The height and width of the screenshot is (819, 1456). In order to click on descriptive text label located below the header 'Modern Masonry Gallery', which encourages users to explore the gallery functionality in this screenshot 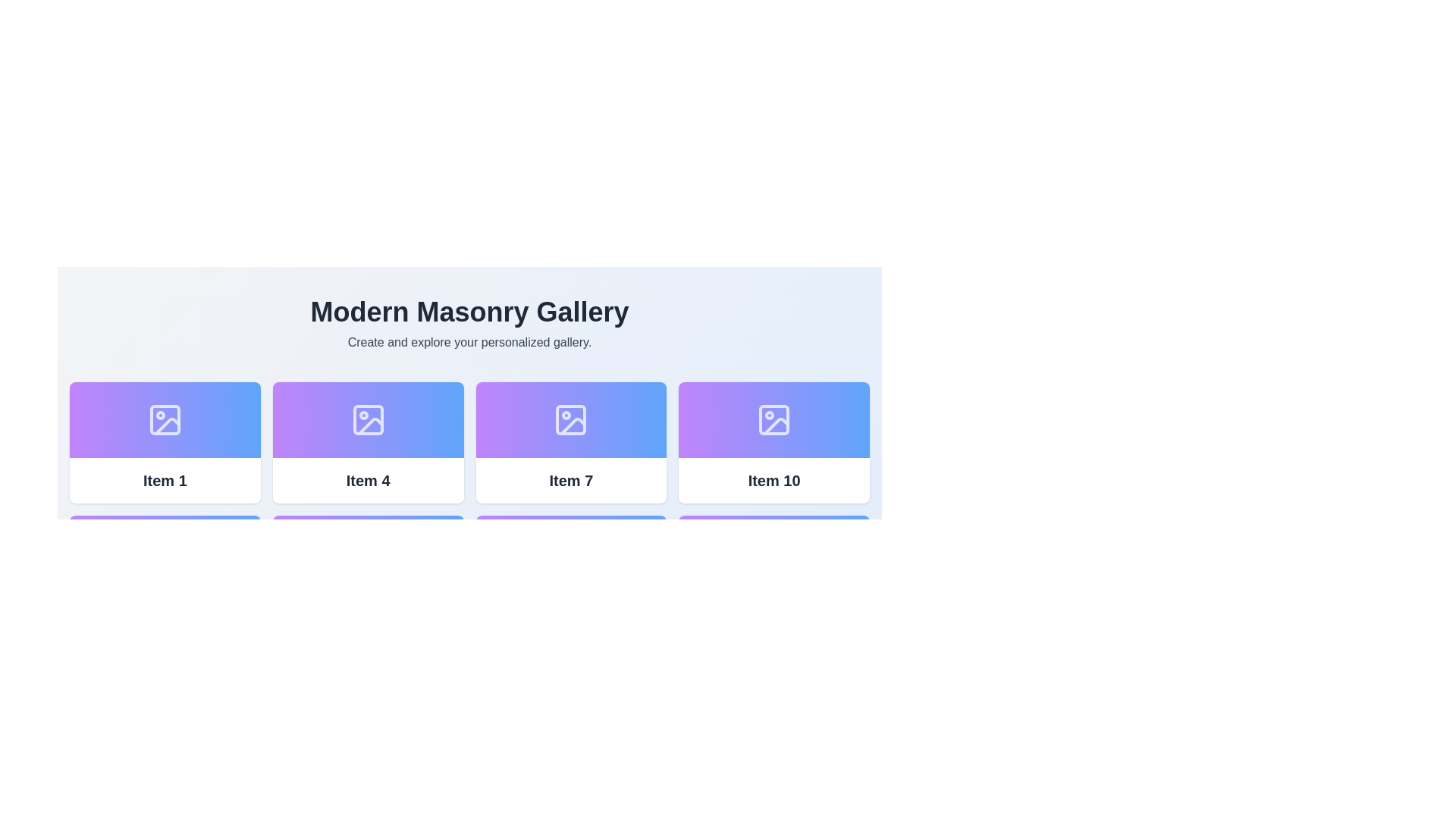, I will do `click(469, 342)`.